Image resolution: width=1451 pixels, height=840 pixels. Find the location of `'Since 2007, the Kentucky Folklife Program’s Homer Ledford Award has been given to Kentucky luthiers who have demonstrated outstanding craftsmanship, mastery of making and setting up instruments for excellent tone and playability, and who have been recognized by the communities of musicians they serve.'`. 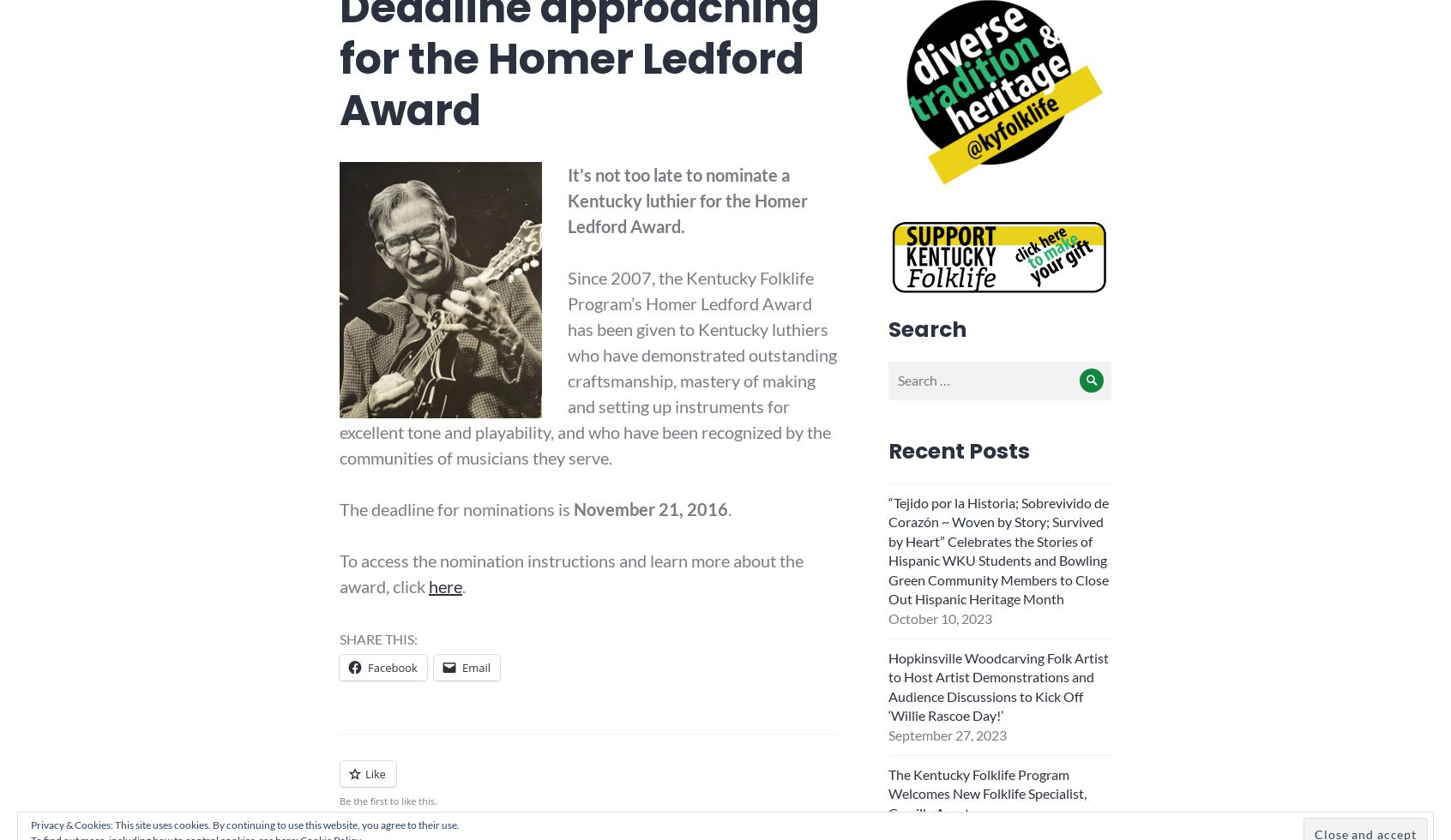

'Since 2007, the Kentucky Folklife Program’s Homer Ledford Award has been given to Kentucky luthiers who have demonstrated outstanding craftsmanship, mastery of making and setting up instruments for excellent tone and playability, and who have been recognized by the communities of musicians they serve.' is located at coordinates (587, 366).